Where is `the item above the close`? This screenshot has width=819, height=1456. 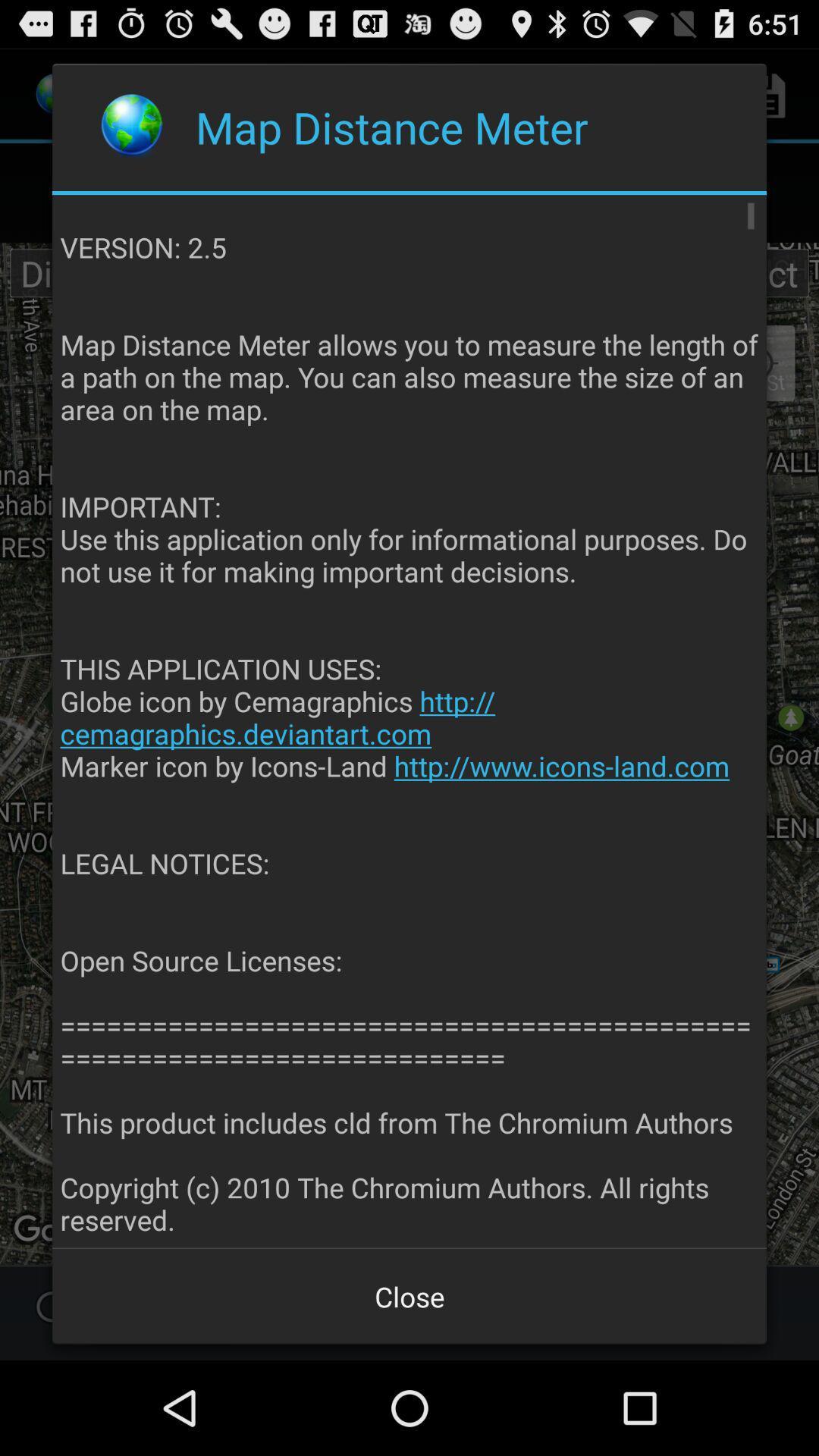 the item above the close is located at coordinates (410, 721).